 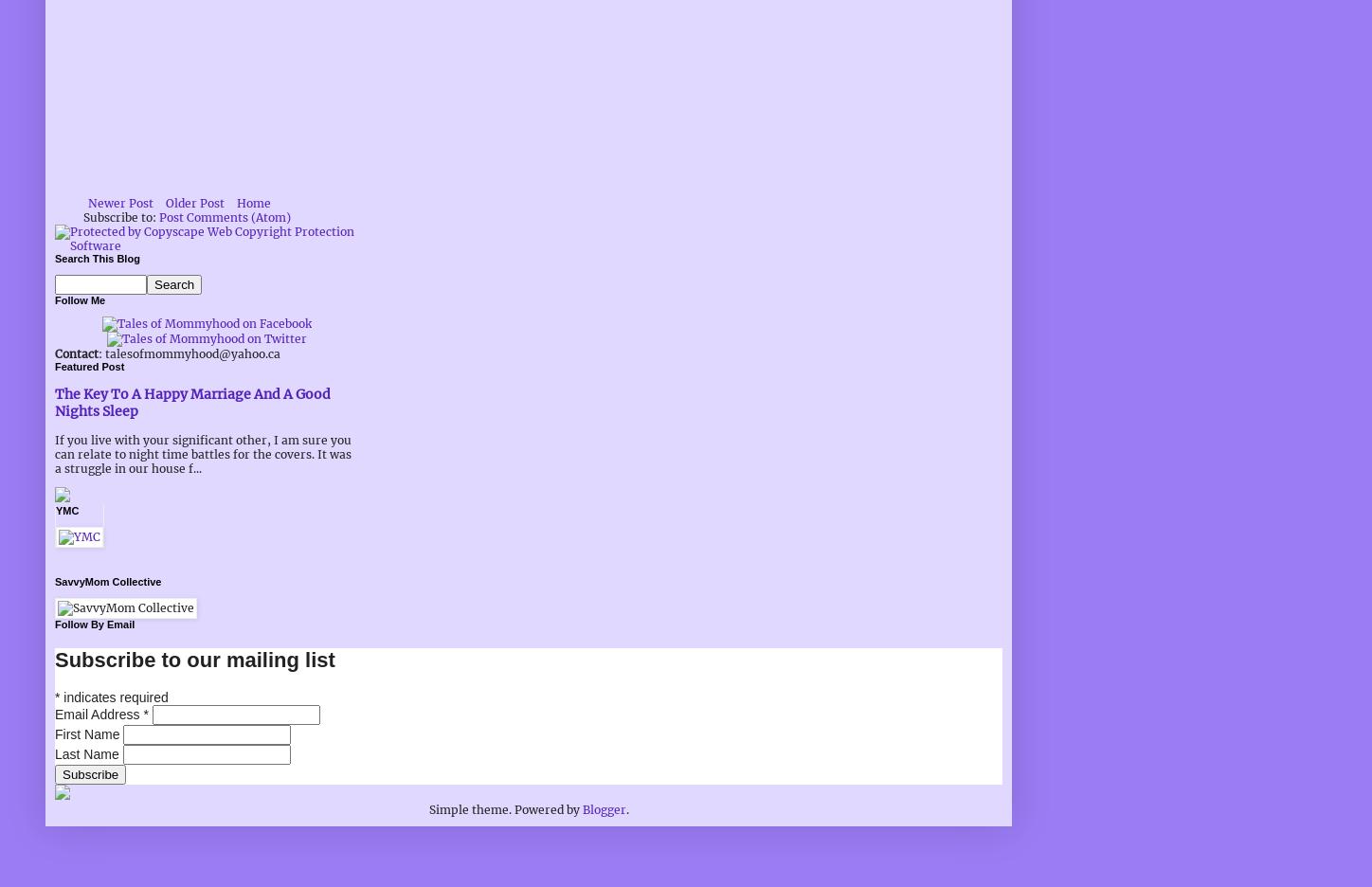 I want to click on 'YMC', so click(x=55, y=511).